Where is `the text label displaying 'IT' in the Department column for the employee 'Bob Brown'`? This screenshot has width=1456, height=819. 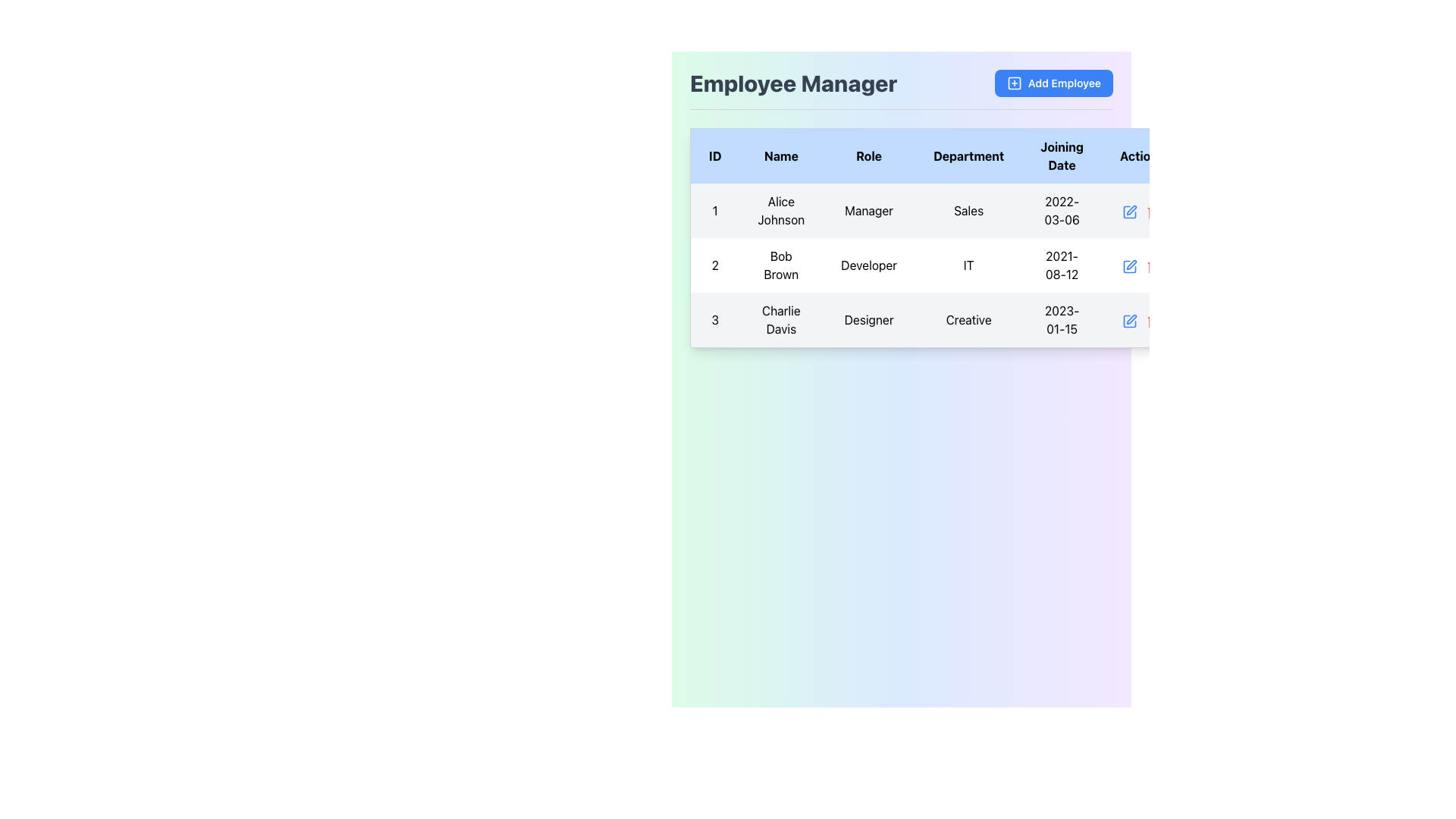
the text label displaying 'IT' in the Department column for the employee 'Bob Brown' is located at coordinates (968, 265).